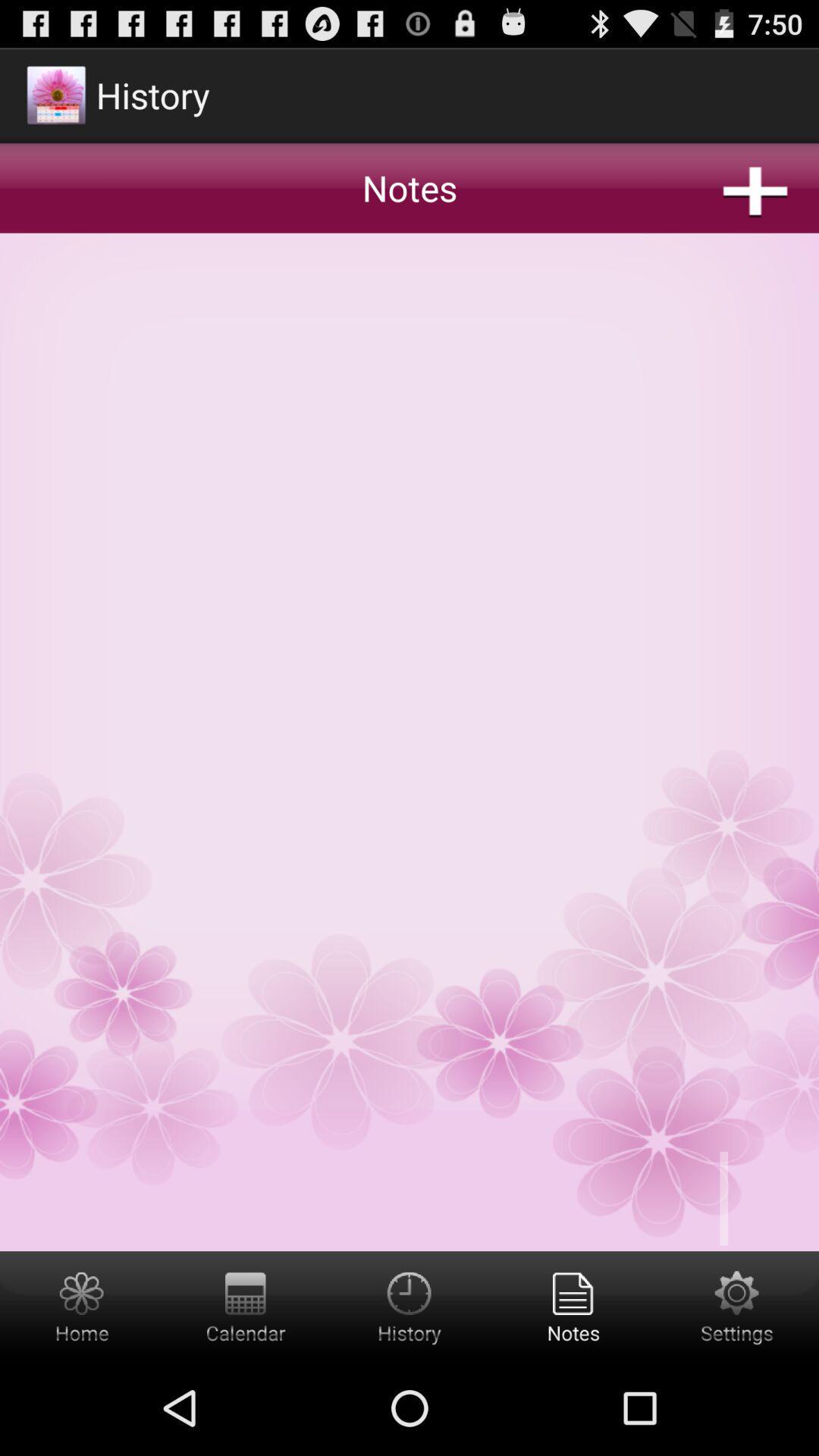 Image resolution: width=819 pixels, height=1456 pixels. Describe the element at coordinates (409, 1305) in the screenshot. I see `history` at that location.